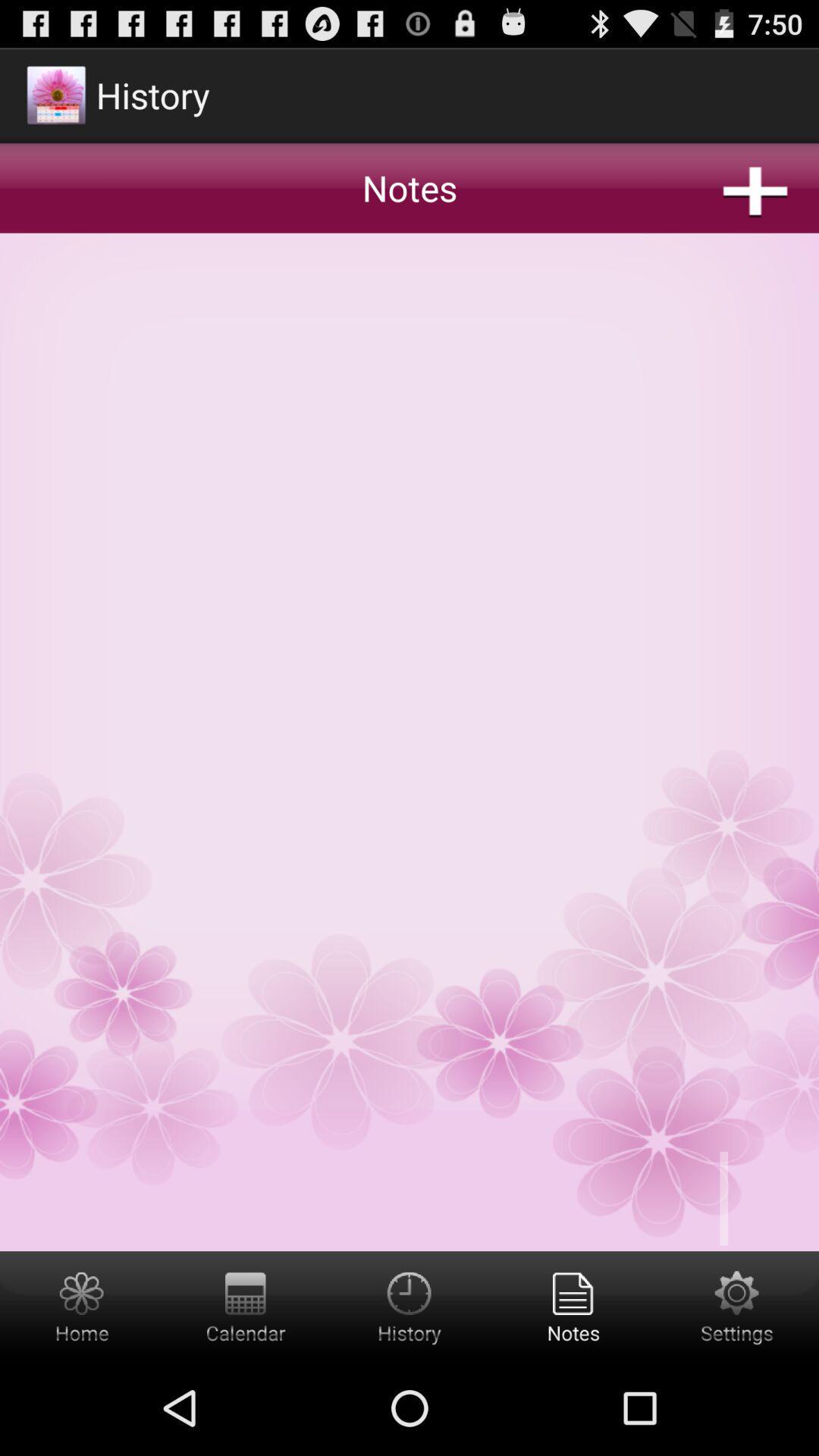 Image resolution: width=819 pixels, height=1456 pixels. Describe the element at coordinates (409, 1305) in the screenshot. I see `history` at that location.